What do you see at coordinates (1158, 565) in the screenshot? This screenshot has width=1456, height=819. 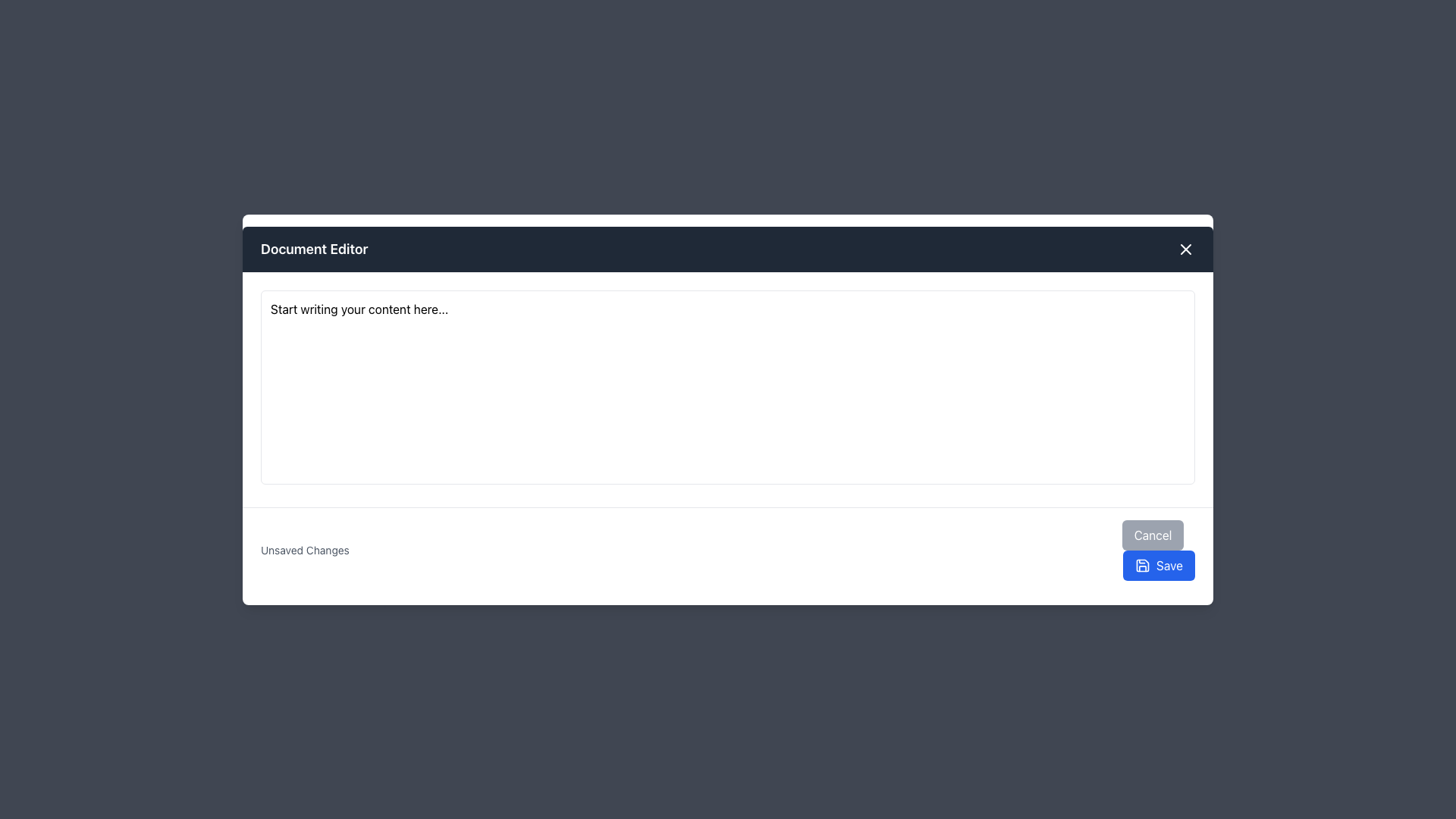 I see `the blue 'Save' button with a floppy disk icon located at the bottom-right corner of the interface` at bounding box center [1158, 565].